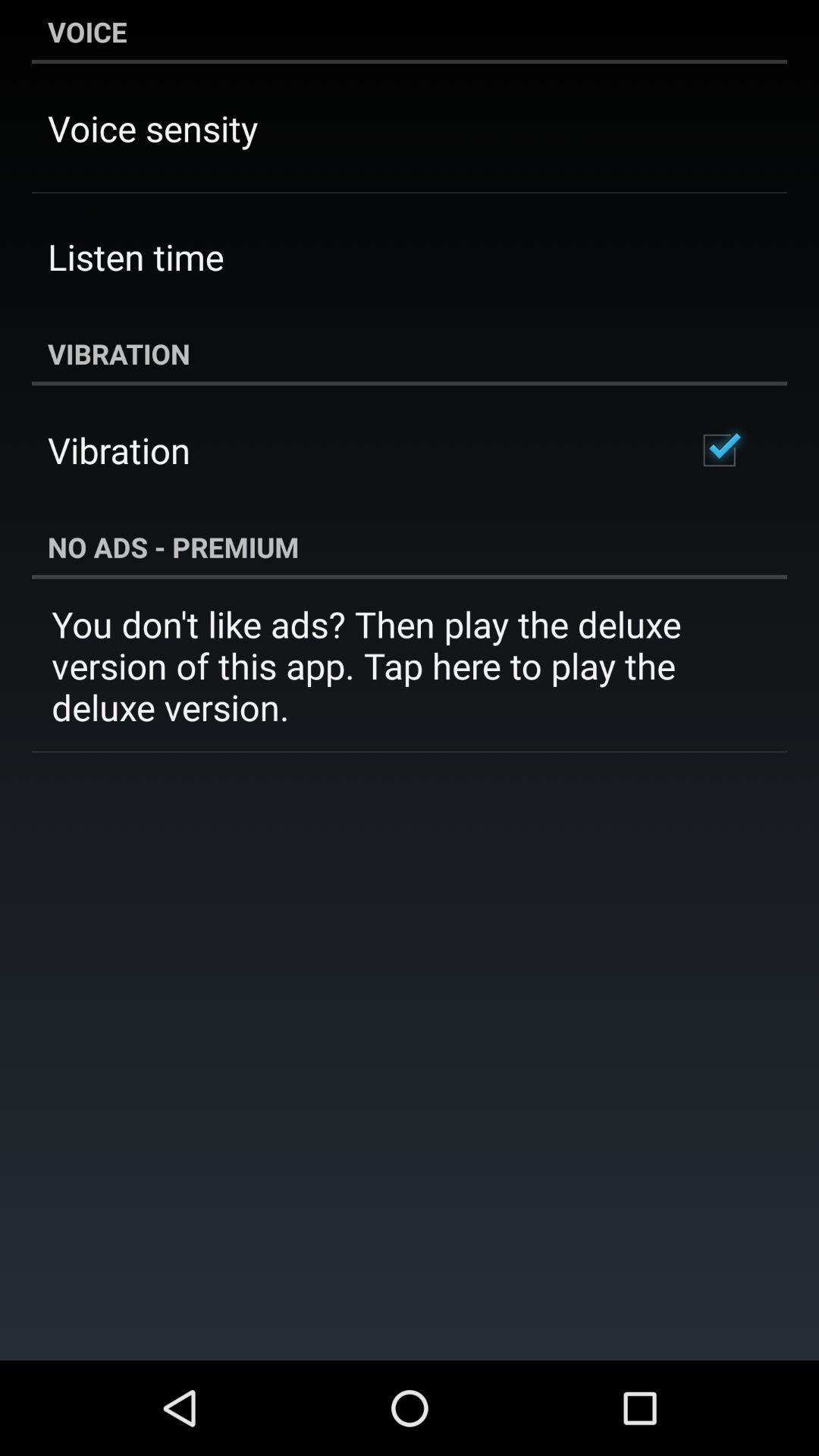 Image resolution: width=819 pixels, height=1456 pixels. I want to click on item below the no ads - premium item, so click(409, 665).